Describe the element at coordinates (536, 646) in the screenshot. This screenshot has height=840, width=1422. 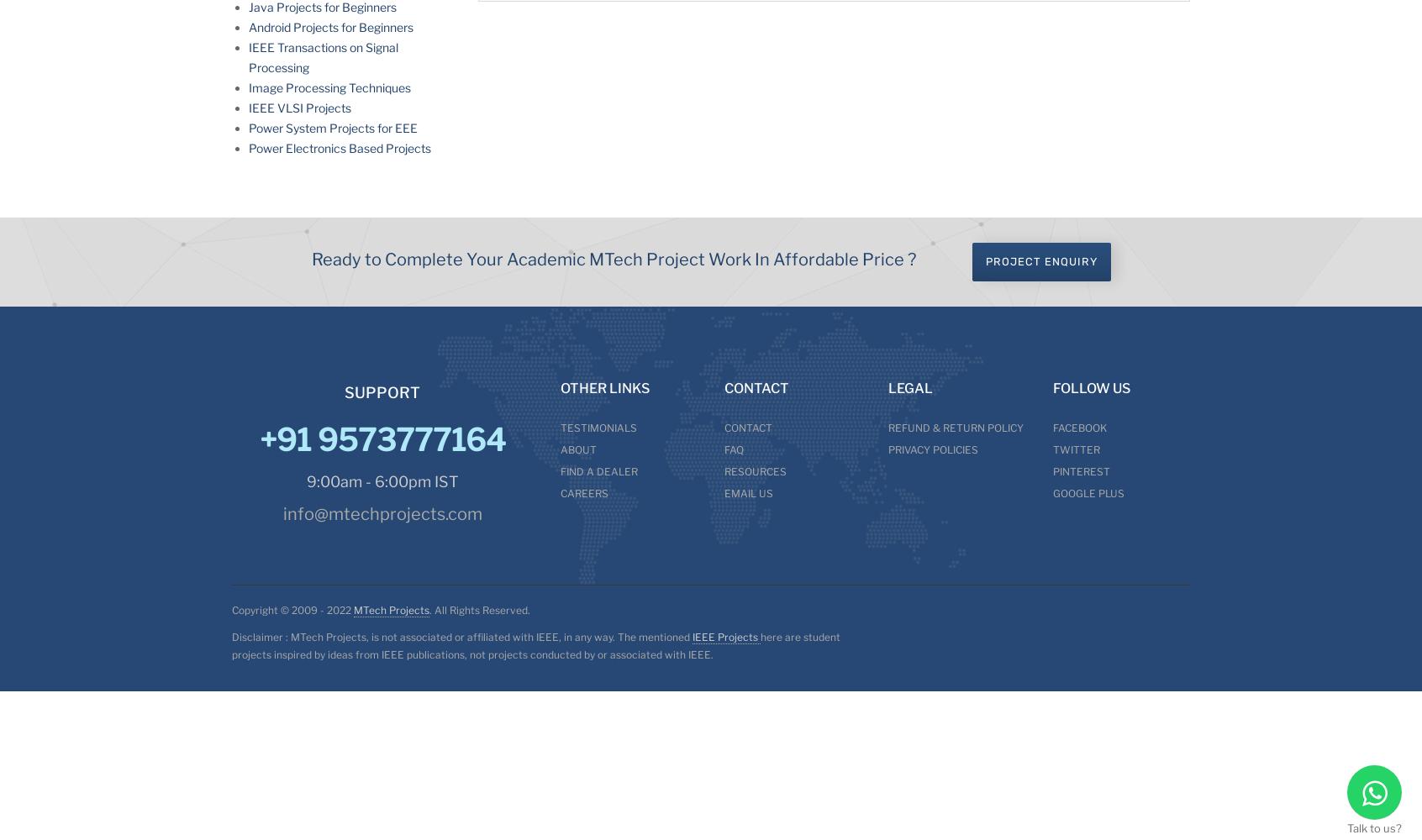
I see `'here are student projects inspired by ideas from IEEE publications, not projects conducted by or associated with IEEE.'` at that location.